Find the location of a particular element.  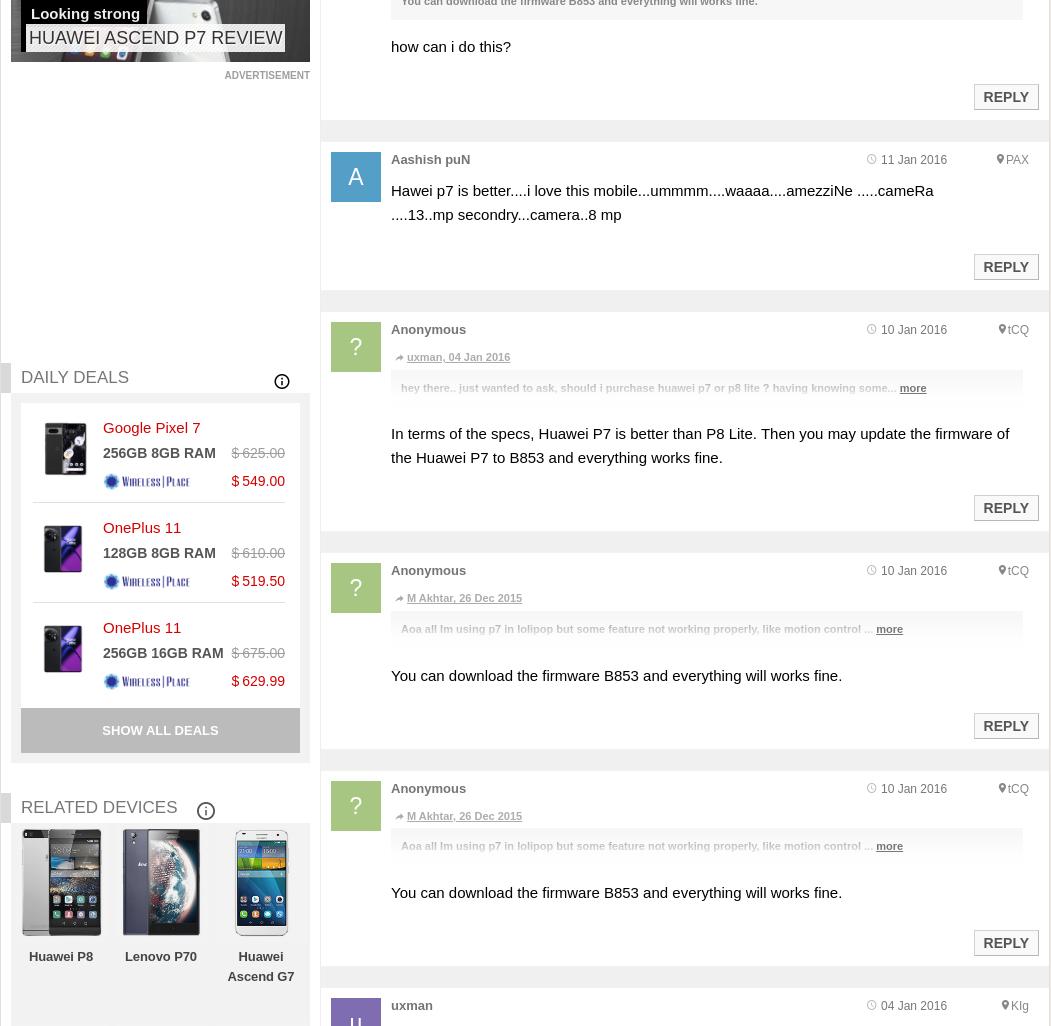

'....13..mp    secondry...camera..8   mp' is located at coordinates (505, 214).